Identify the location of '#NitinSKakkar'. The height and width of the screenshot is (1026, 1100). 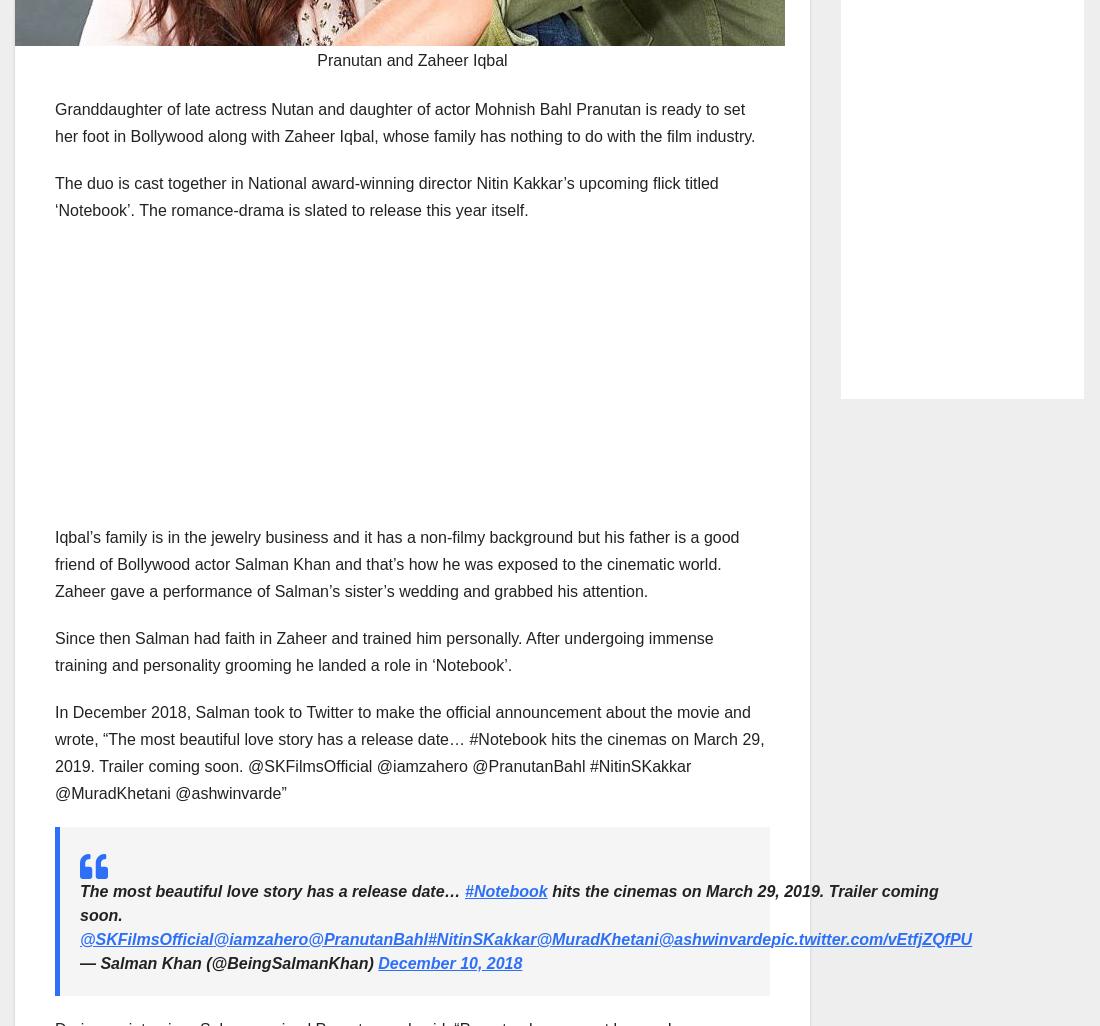
(480, 938).